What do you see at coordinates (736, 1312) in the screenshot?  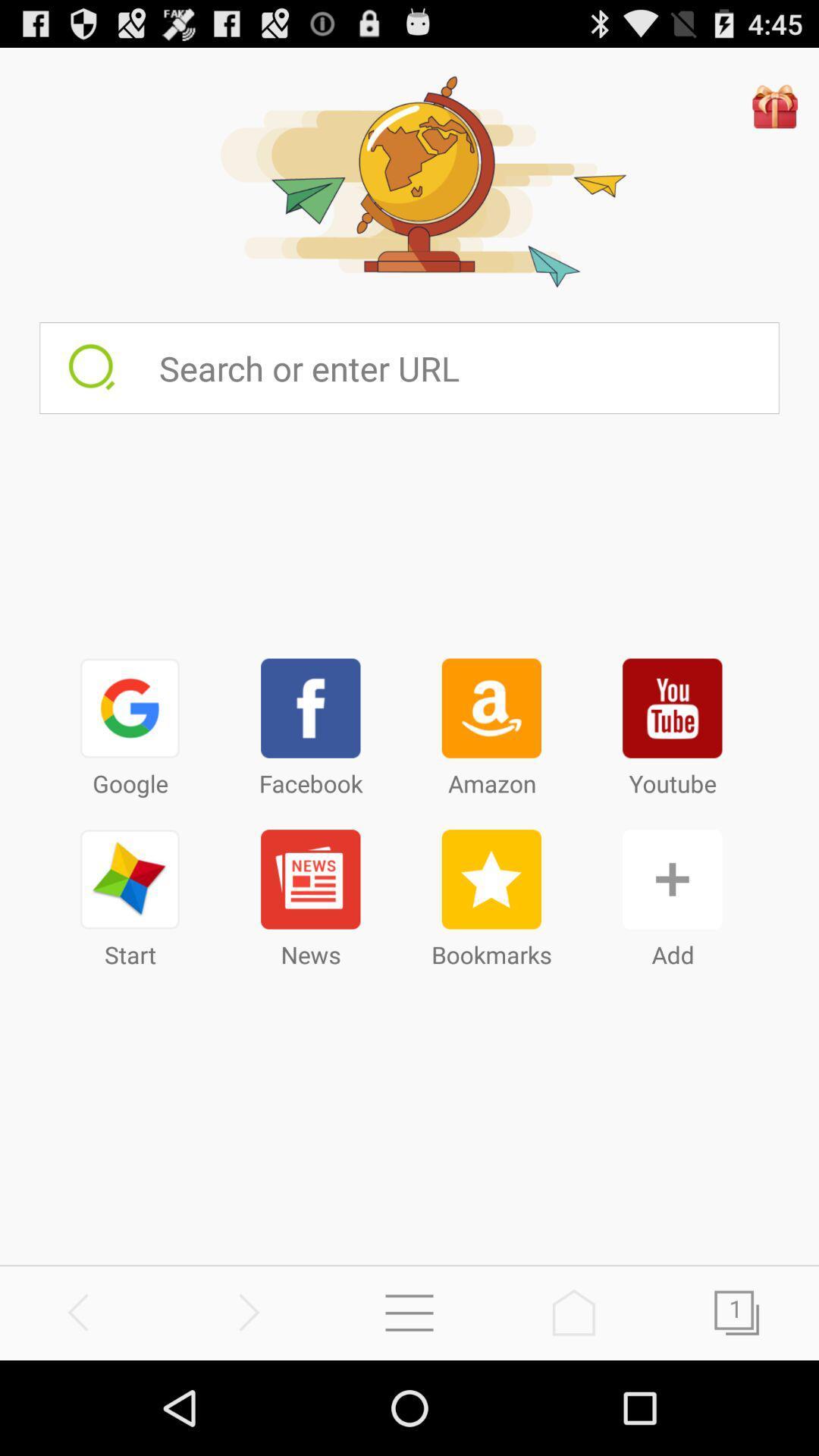 I see `next page` at bounding box center [736, 1312].